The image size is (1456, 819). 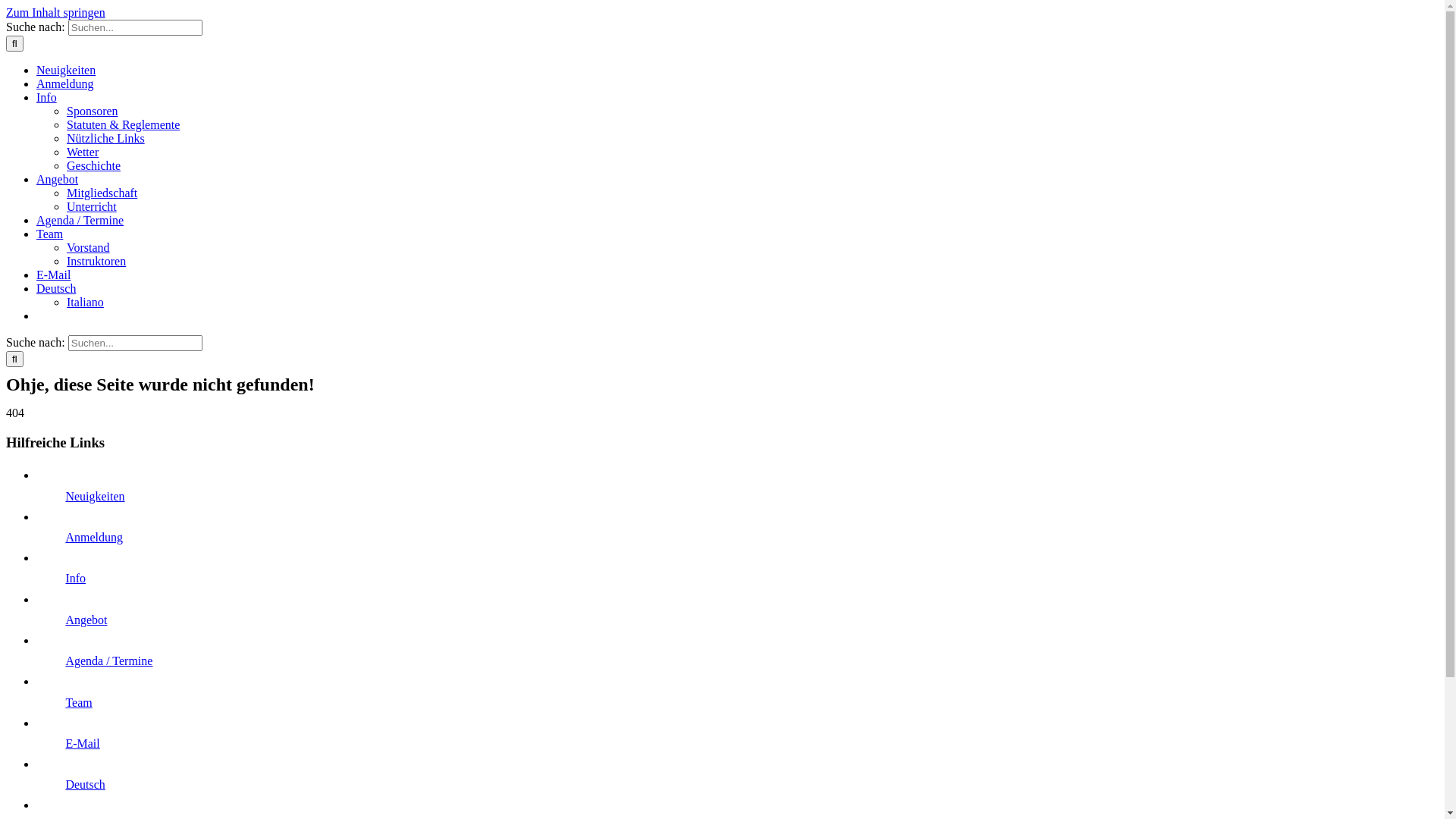 I want to click on 'Instruktoren', so click(x=95, y=260).